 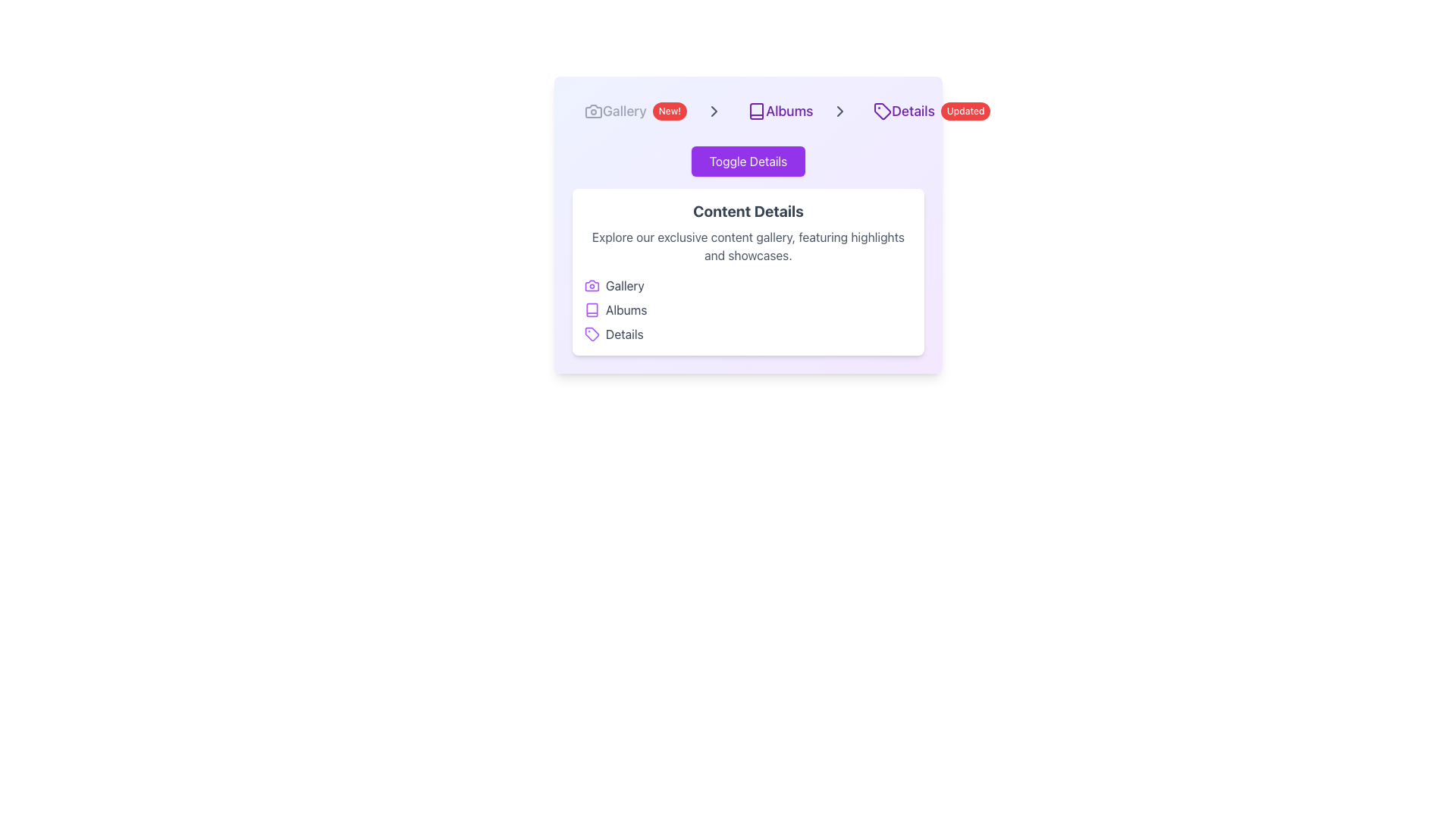 I want to click on the right-pointing chevron icon in the breadcrumb navigation bar, so click(x=713, y=110).